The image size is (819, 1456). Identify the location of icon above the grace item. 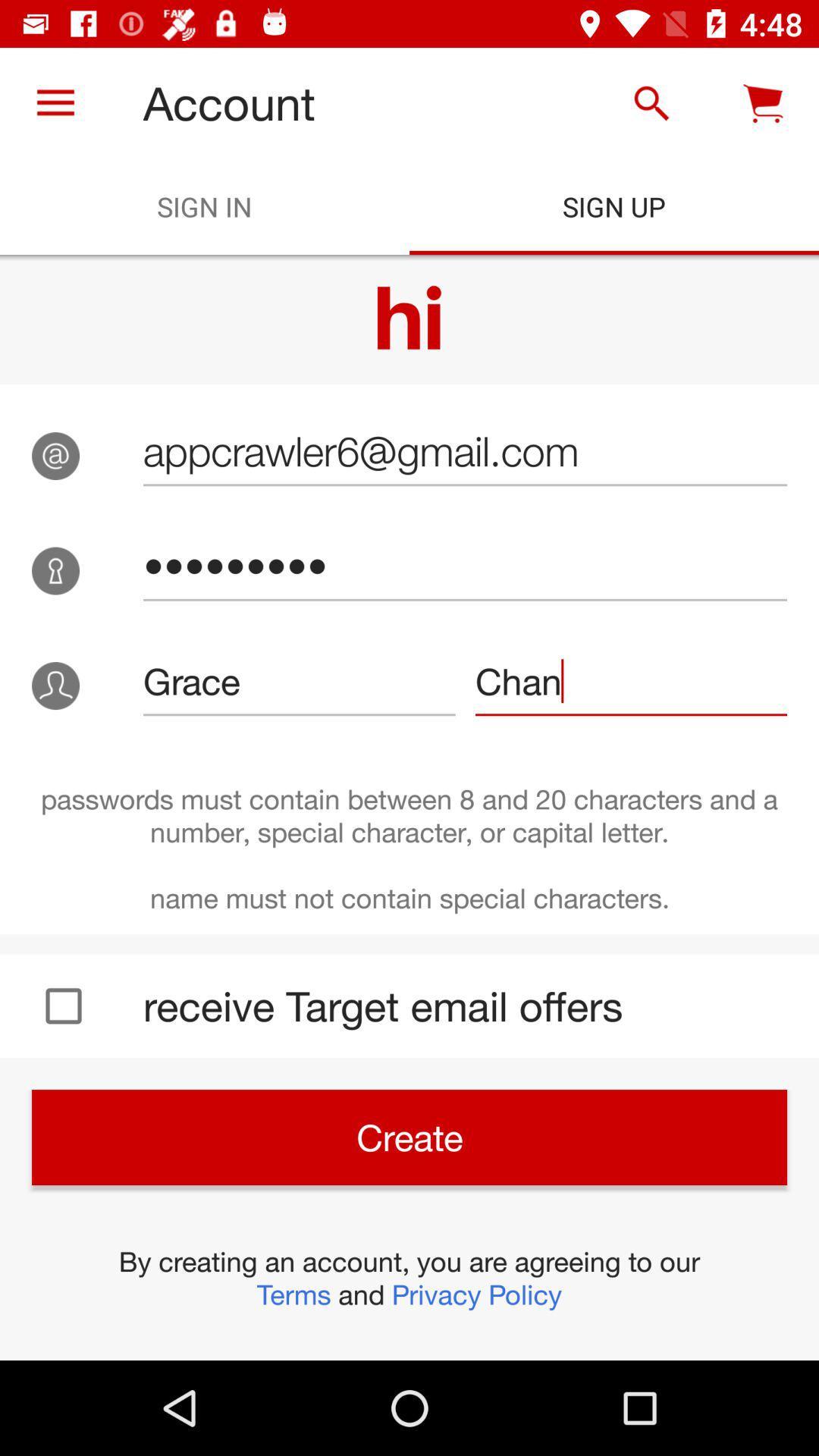
(464, 565).